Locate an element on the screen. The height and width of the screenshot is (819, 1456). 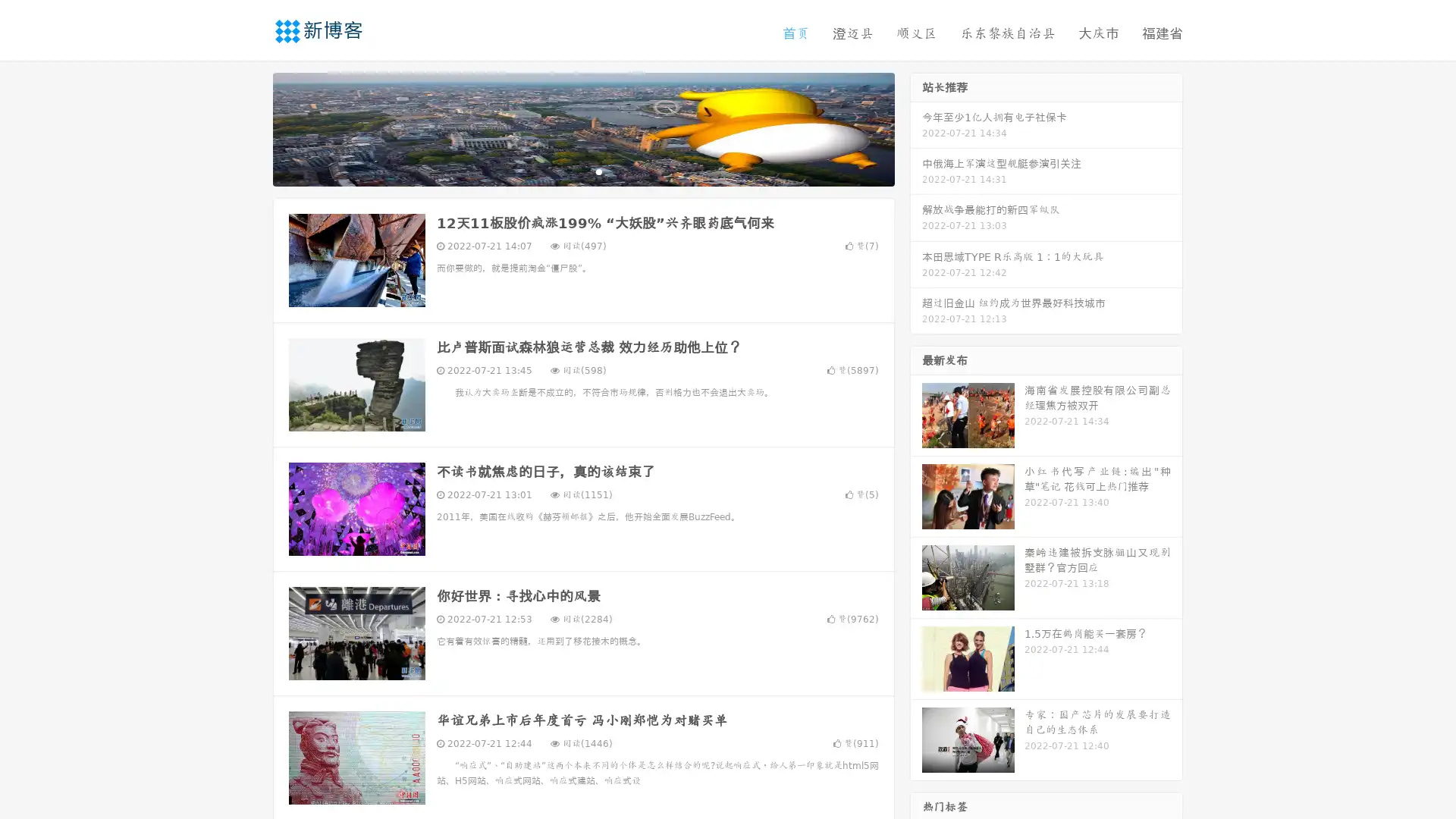
Previous slide is located at coordinates (250, 127).